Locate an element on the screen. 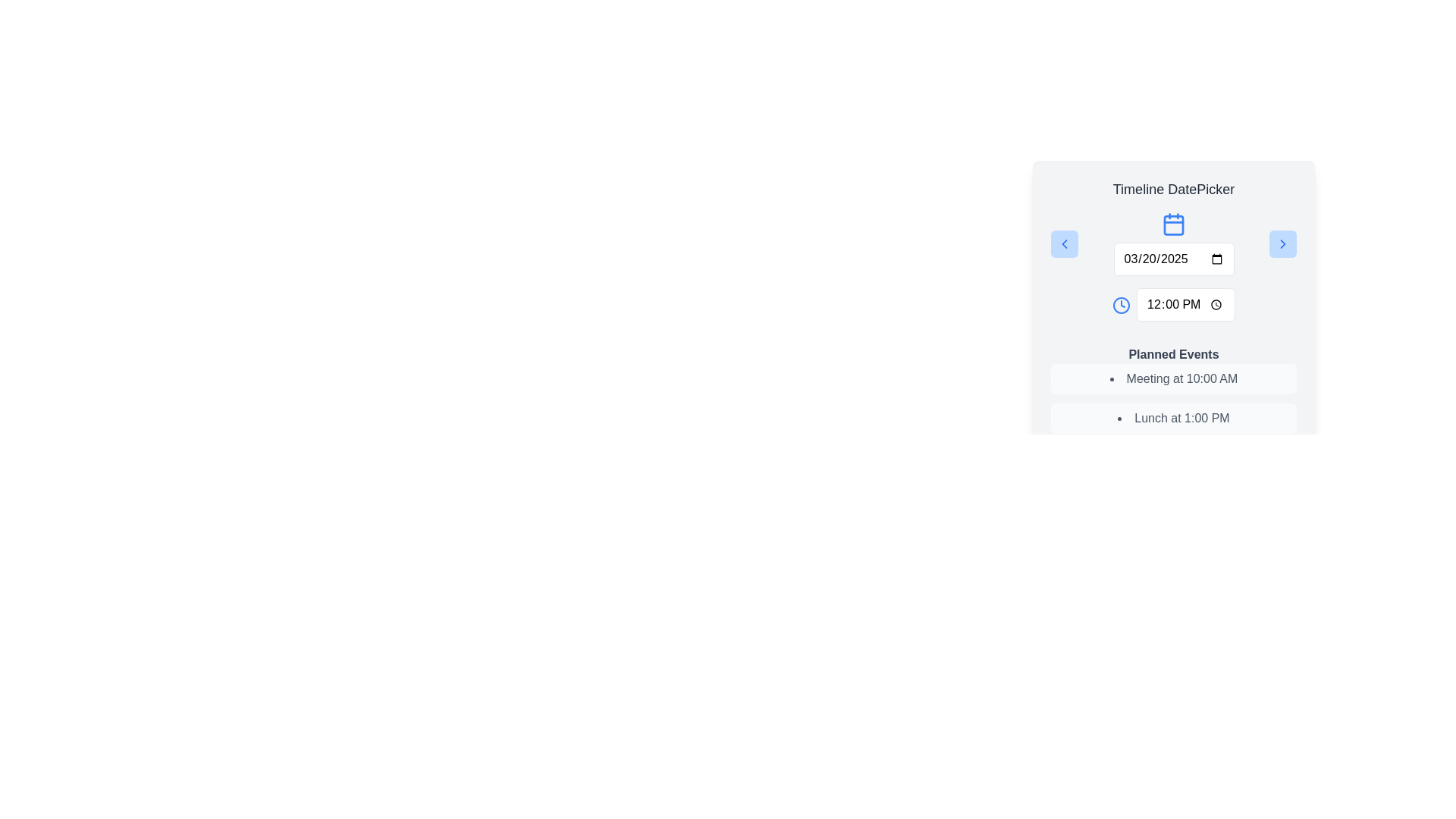 This screenshot has height=819, width=1456. the Date Selection Component located beneath the 'Timeline DatePicker' header, which includes interactive elements such as left and right chevron buttons, a date display field, and a calendar icon, to trigger tooltips or visual feedback is located at coordinates (1173, 243).